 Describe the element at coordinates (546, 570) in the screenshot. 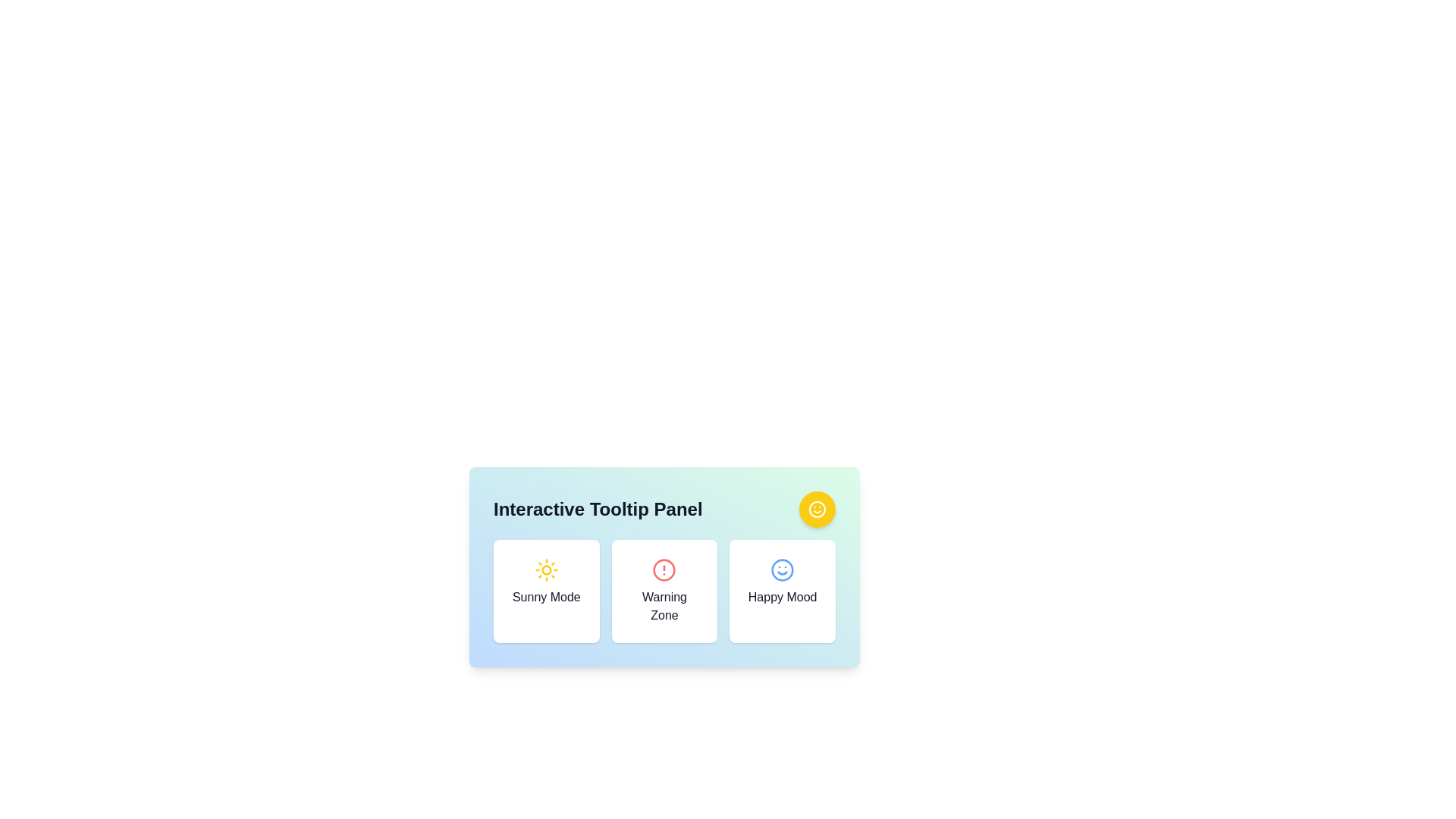

I see `the sun icon located at the top-center area of the card titled 'Sunny Mode', which is visually styled with a circular center and radiating lines in bright yellow` at that location.